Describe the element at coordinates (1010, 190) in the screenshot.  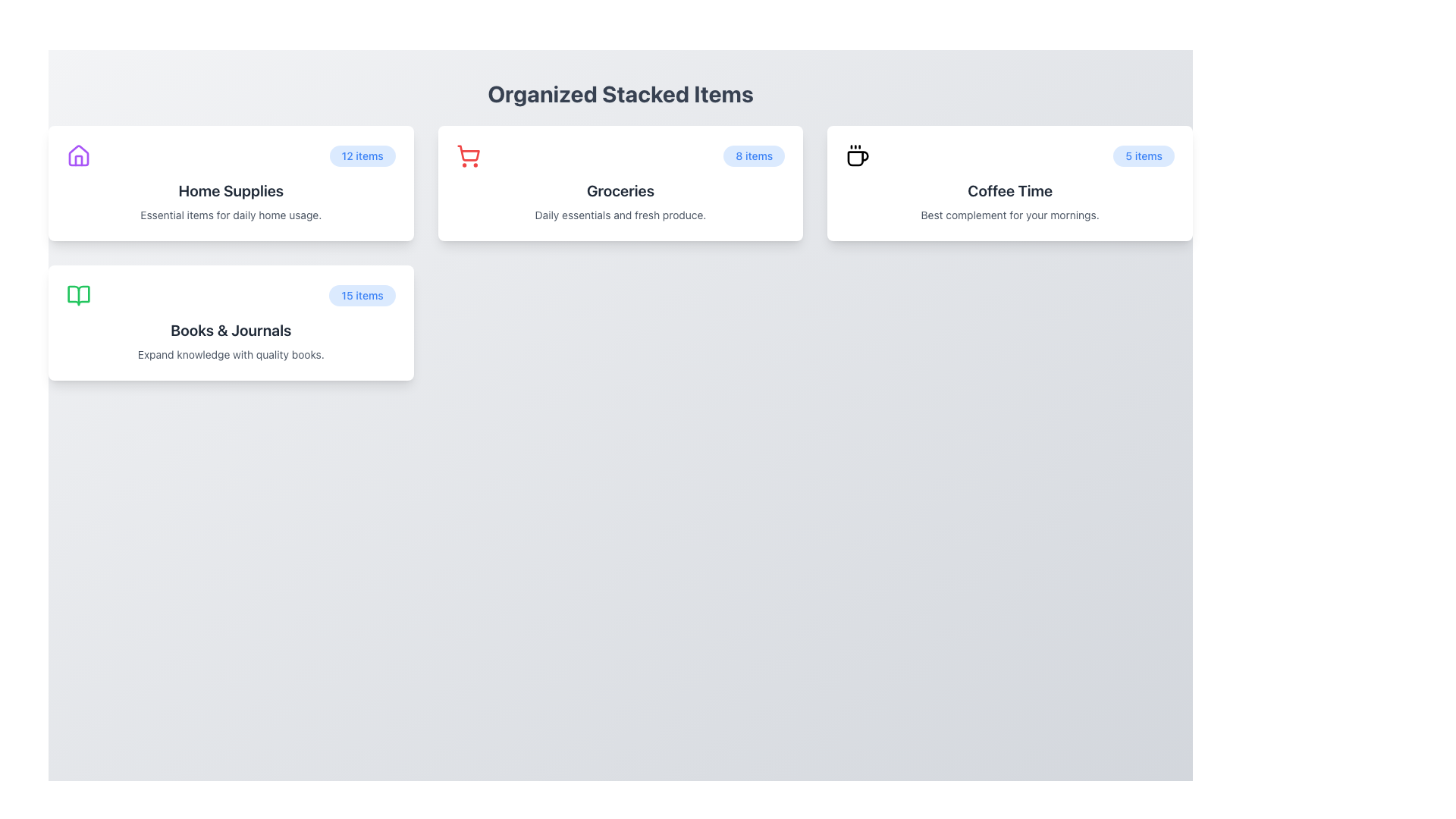
I see `the 'Coffee Time' text label, which is a bold, large dark gray text element located in the top-right of a card, below the '5 items' label` at that location.